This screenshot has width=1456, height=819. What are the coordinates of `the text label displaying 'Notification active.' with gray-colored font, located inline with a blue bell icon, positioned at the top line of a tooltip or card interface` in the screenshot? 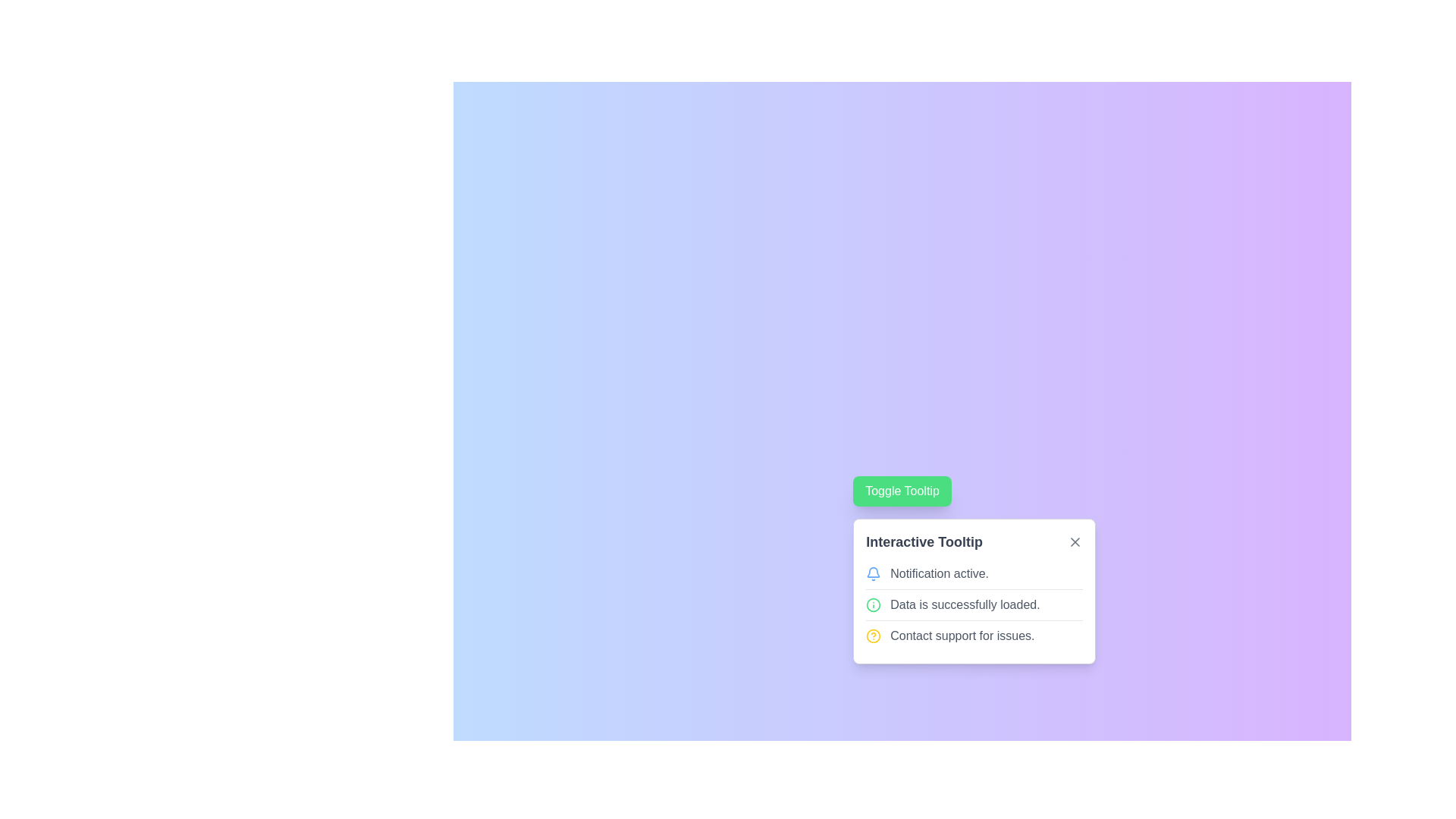 It's located at (939, 573).